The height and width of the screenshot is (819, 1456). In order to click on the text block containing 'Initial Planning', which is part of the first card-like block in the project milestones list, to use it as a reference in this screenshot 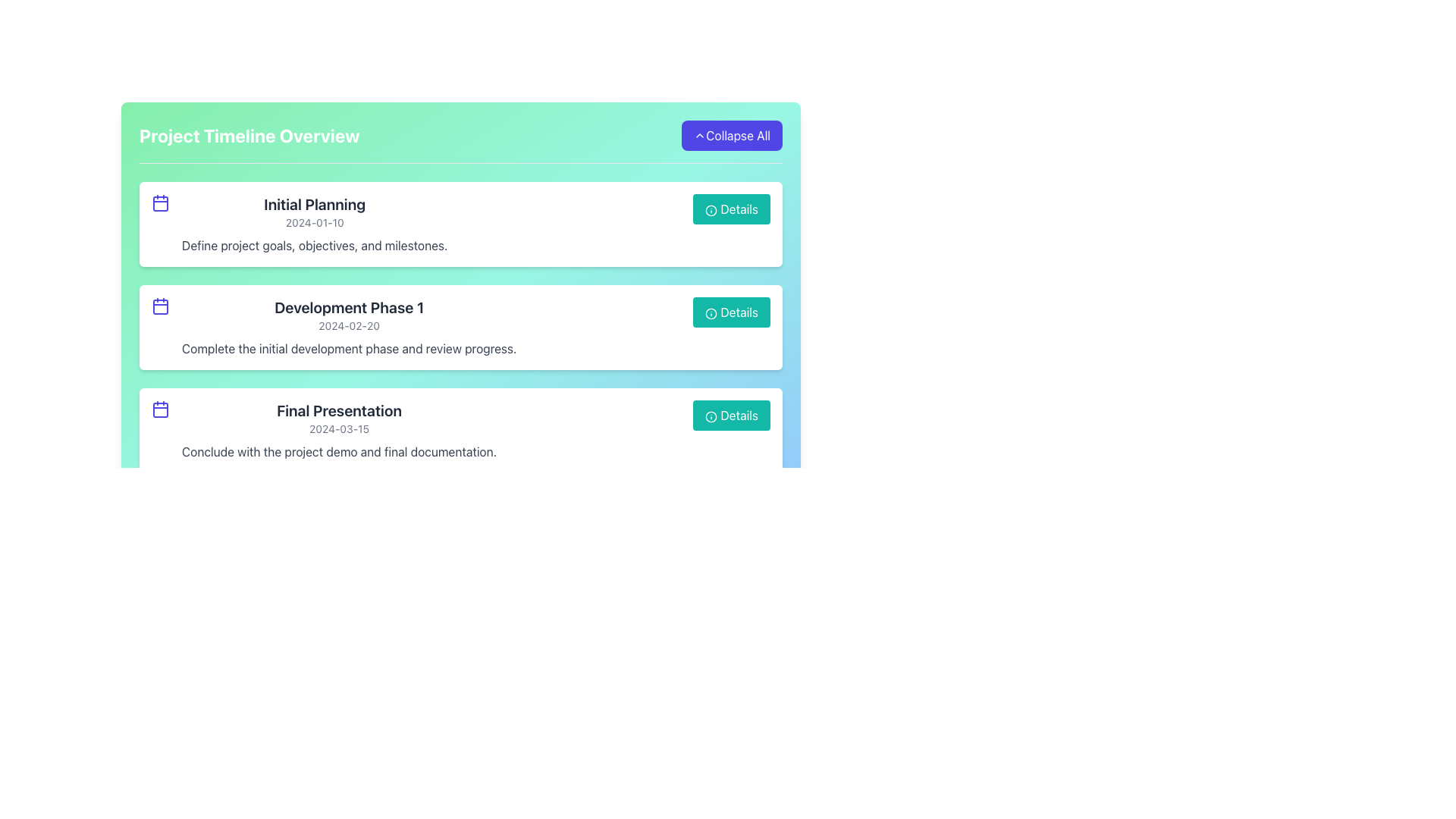, I will do `click(314, 224)`.